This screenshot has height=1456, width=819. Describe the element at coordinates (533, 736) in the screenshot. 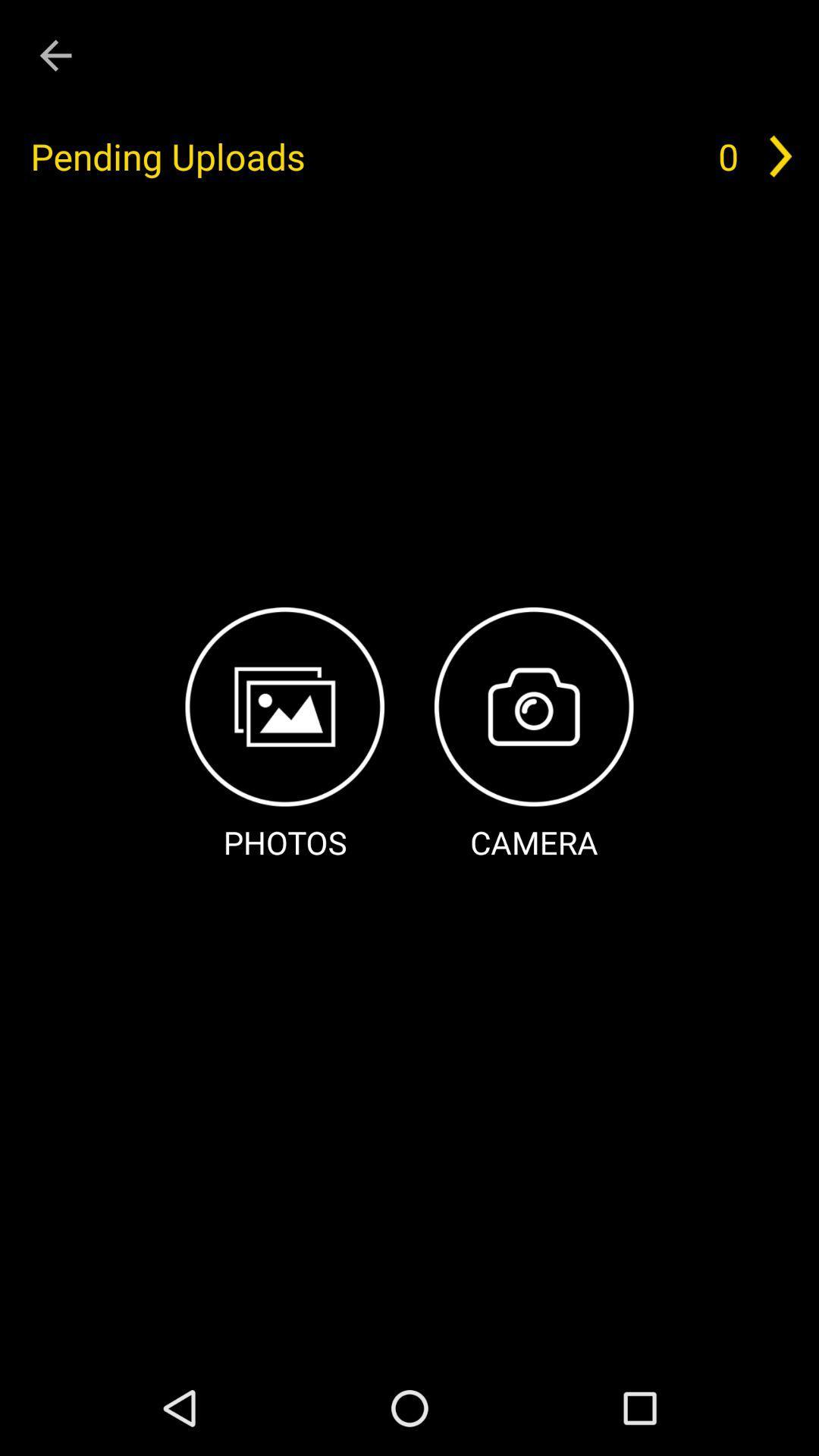

I see `the icon next to photos icon` at that location.